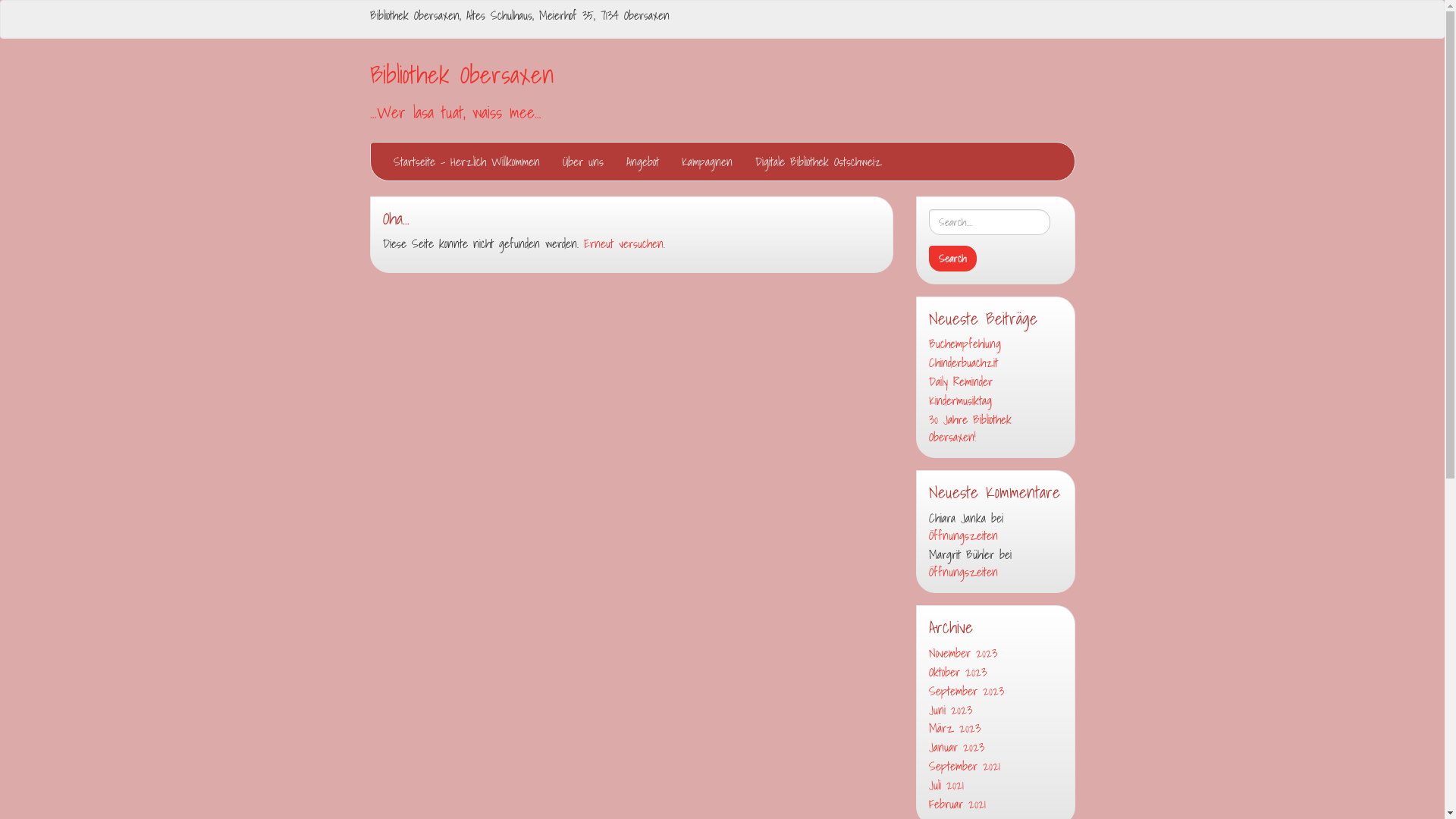 This screenshot has height=819, width=1456. I want to click on 'September 2021', so click(994, 766).